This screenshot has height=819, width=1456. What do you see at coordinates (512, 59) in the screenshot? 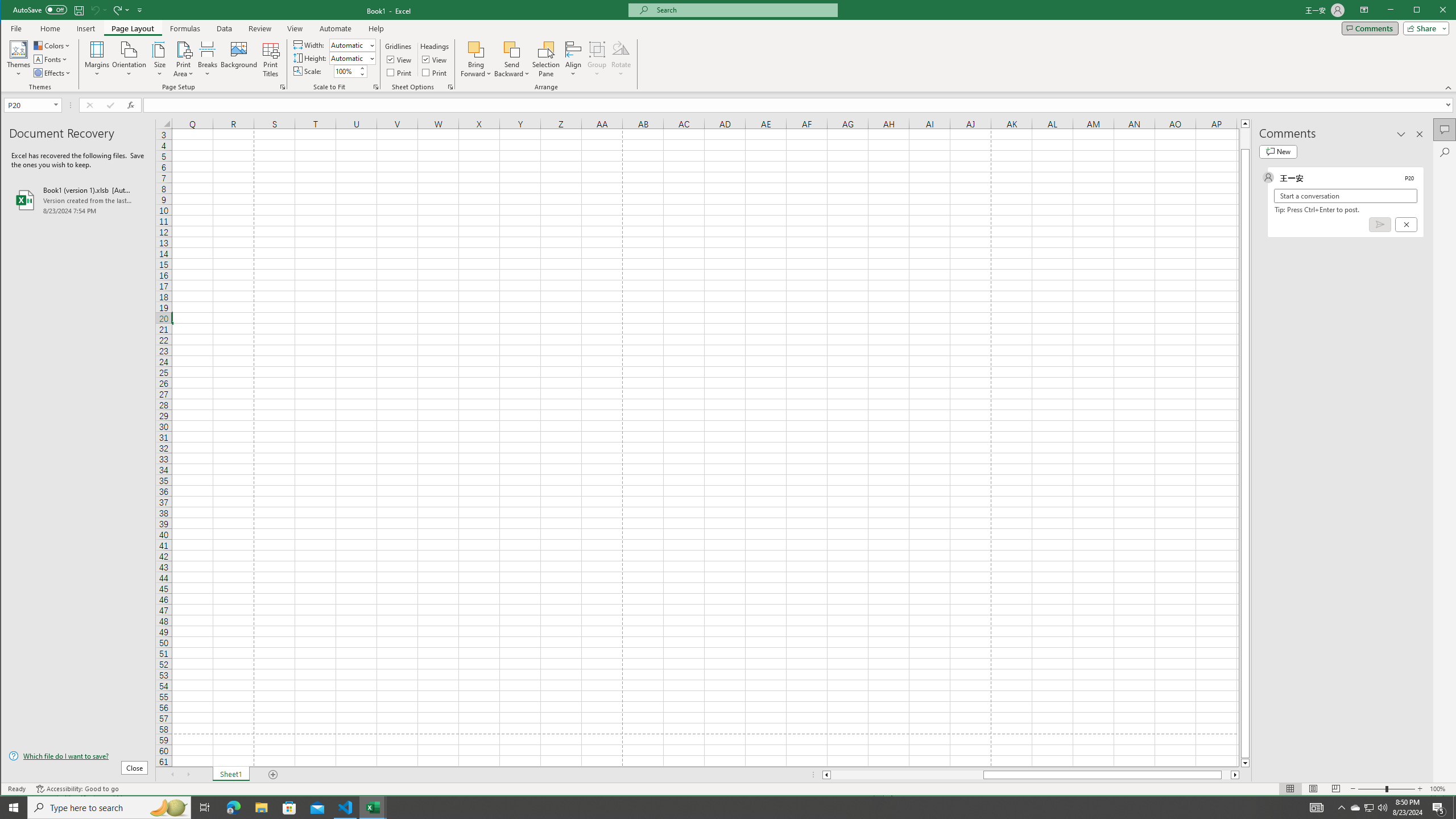
I see `'Send Backward'` at bounding box center [512, 59].